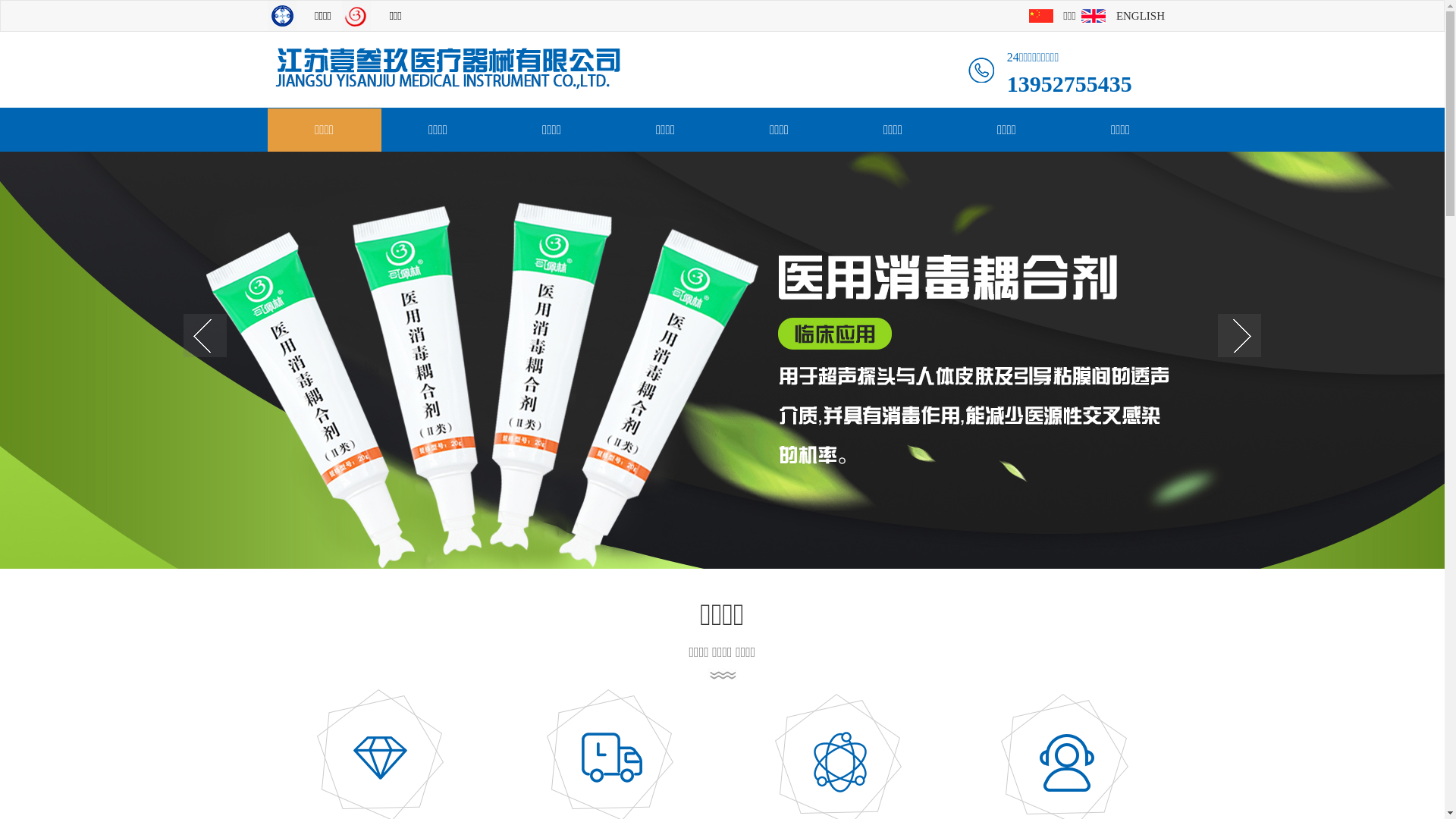 Image resolution: width=1456 pixels, height=819 pixels. Describe the element at coordinates (1239, 336) in the screenshot. I see `'next'` at that location.